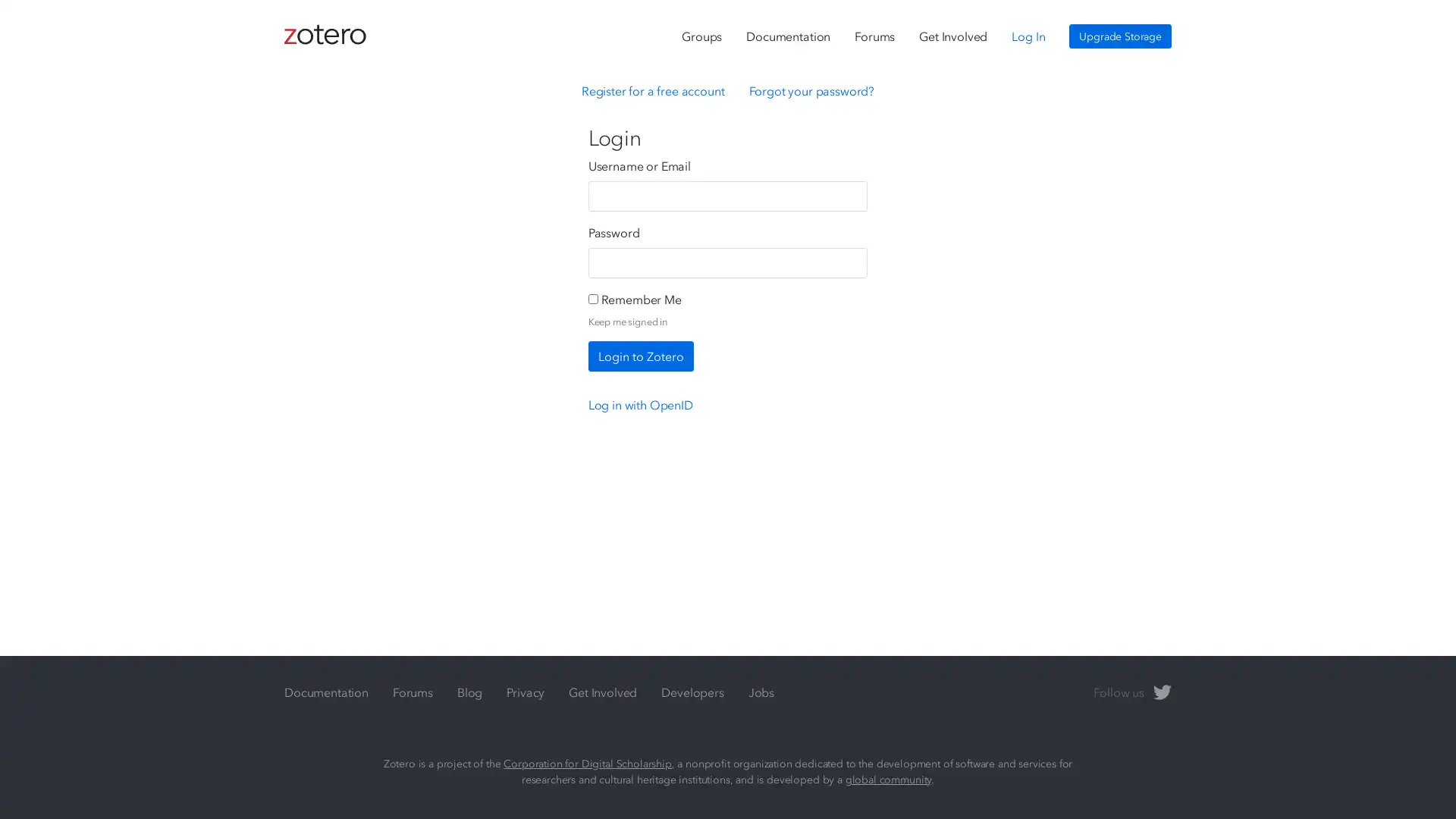 This screenshot has height=819, width=1456. What do you see at coordinates (640, 356) in the screenshot?
I see `Login to Zotero` at bounding box center [640, 356].